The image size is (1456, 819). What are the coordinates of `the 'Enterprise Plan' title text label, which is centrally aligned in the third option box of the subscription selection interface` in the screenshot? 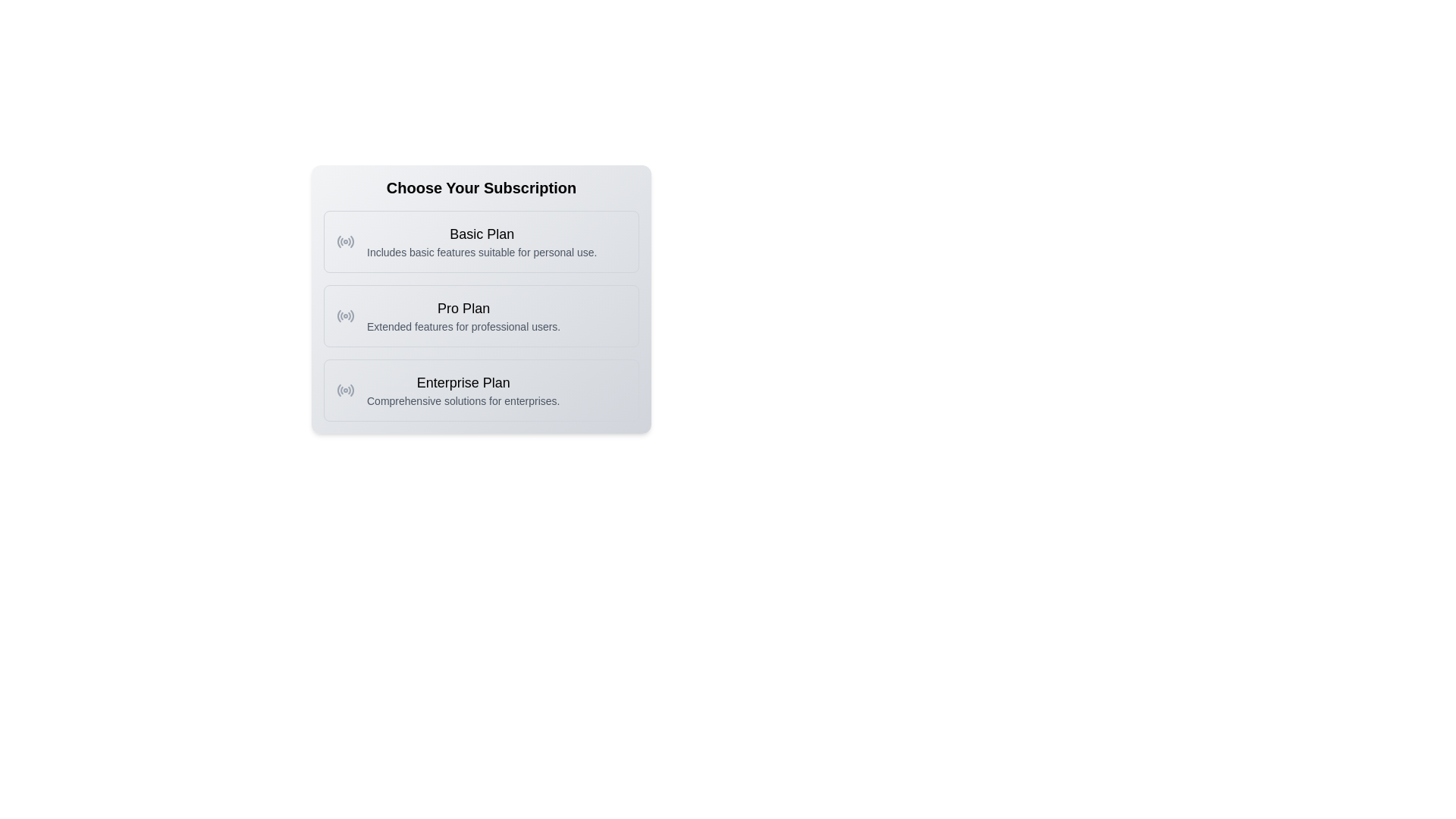 It's located at (463, 382).